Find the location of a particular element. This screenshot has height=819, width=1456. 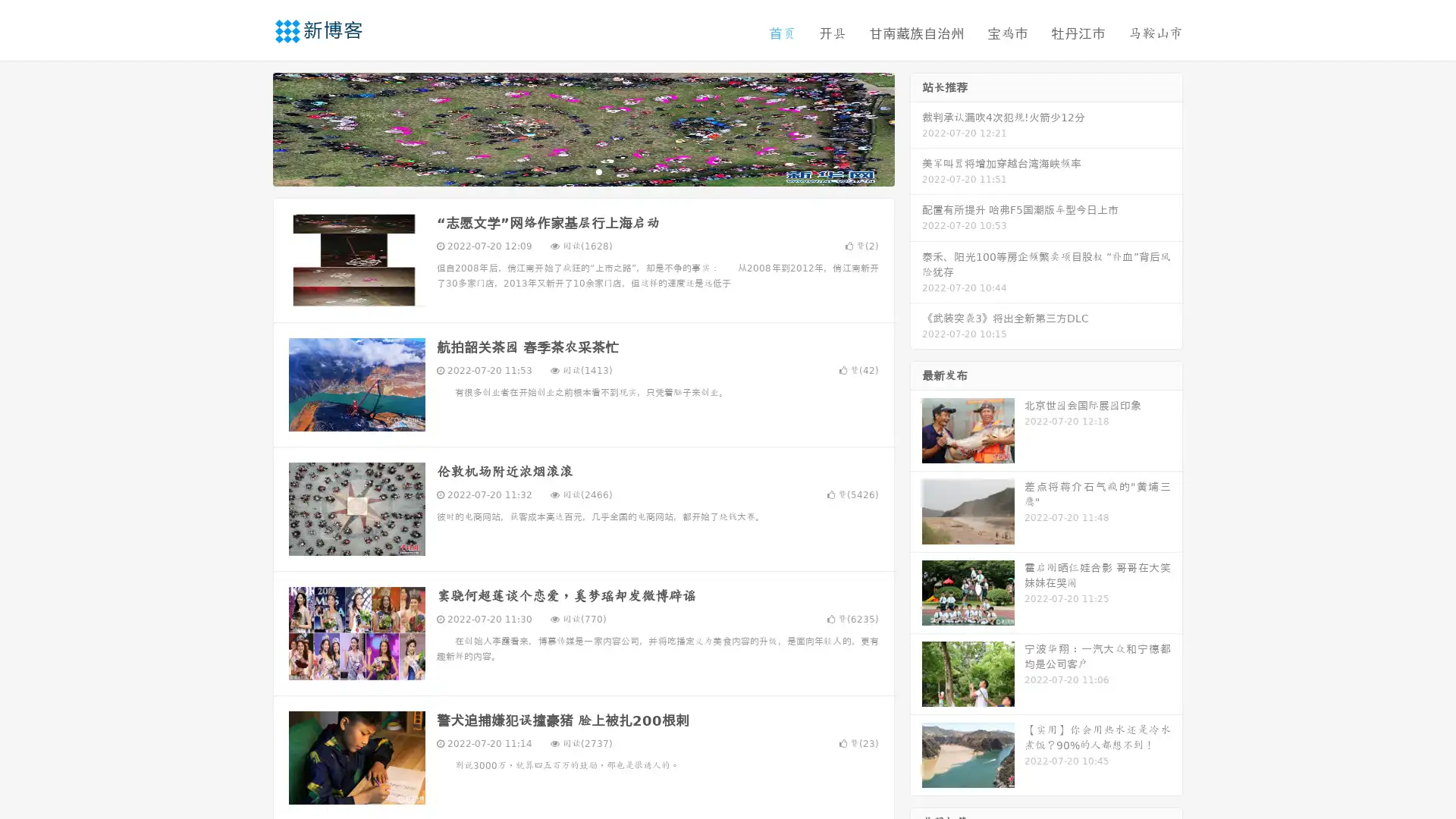

Go to slide 3 is located at coordinates (598, 171).